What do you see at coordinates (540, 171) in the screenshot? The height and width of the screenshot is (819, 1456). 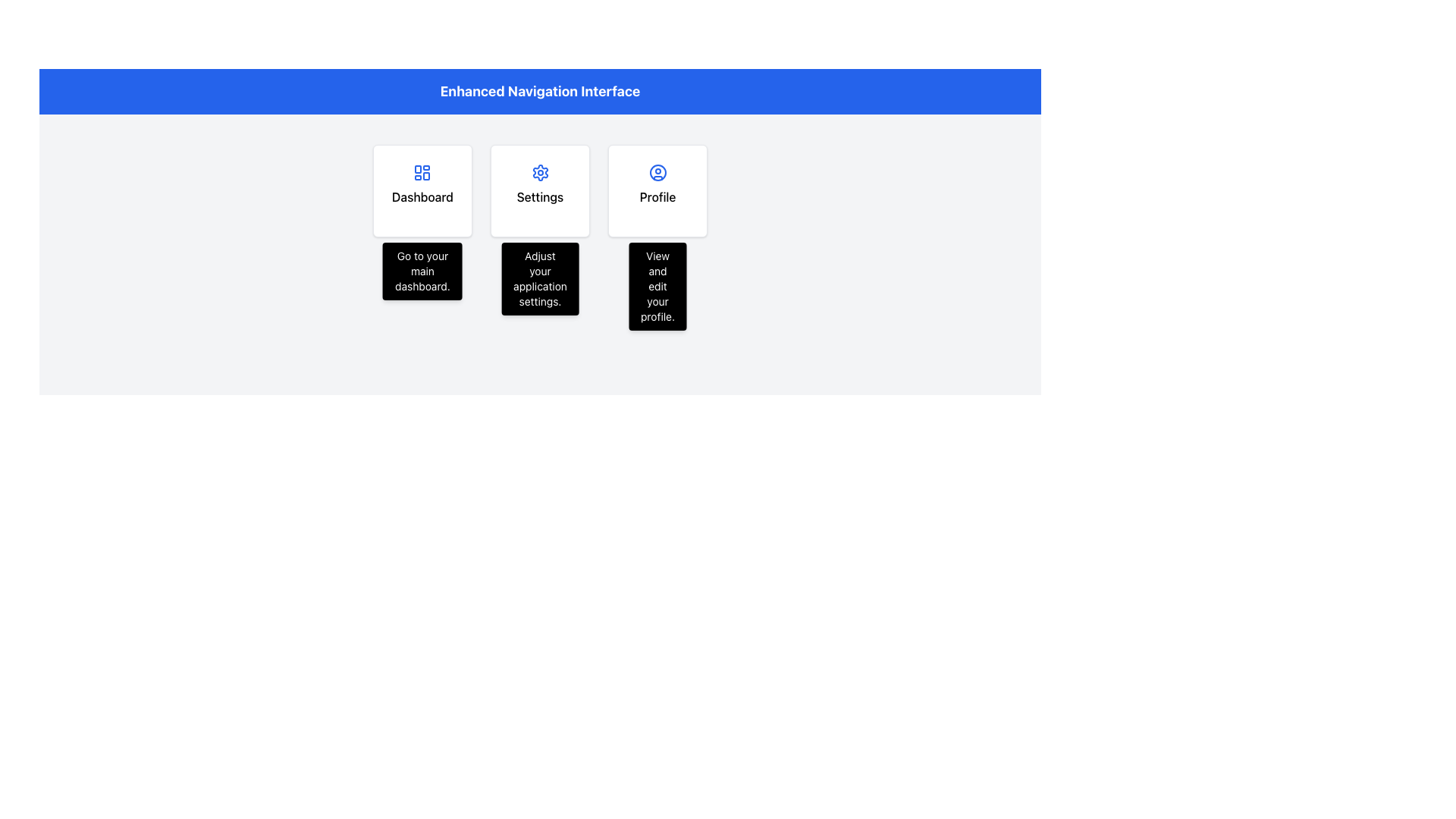 I see `the settings icon located in the upper portion of the middle card within the central card labeled 'Settings'` at bounding box center [540, 171].